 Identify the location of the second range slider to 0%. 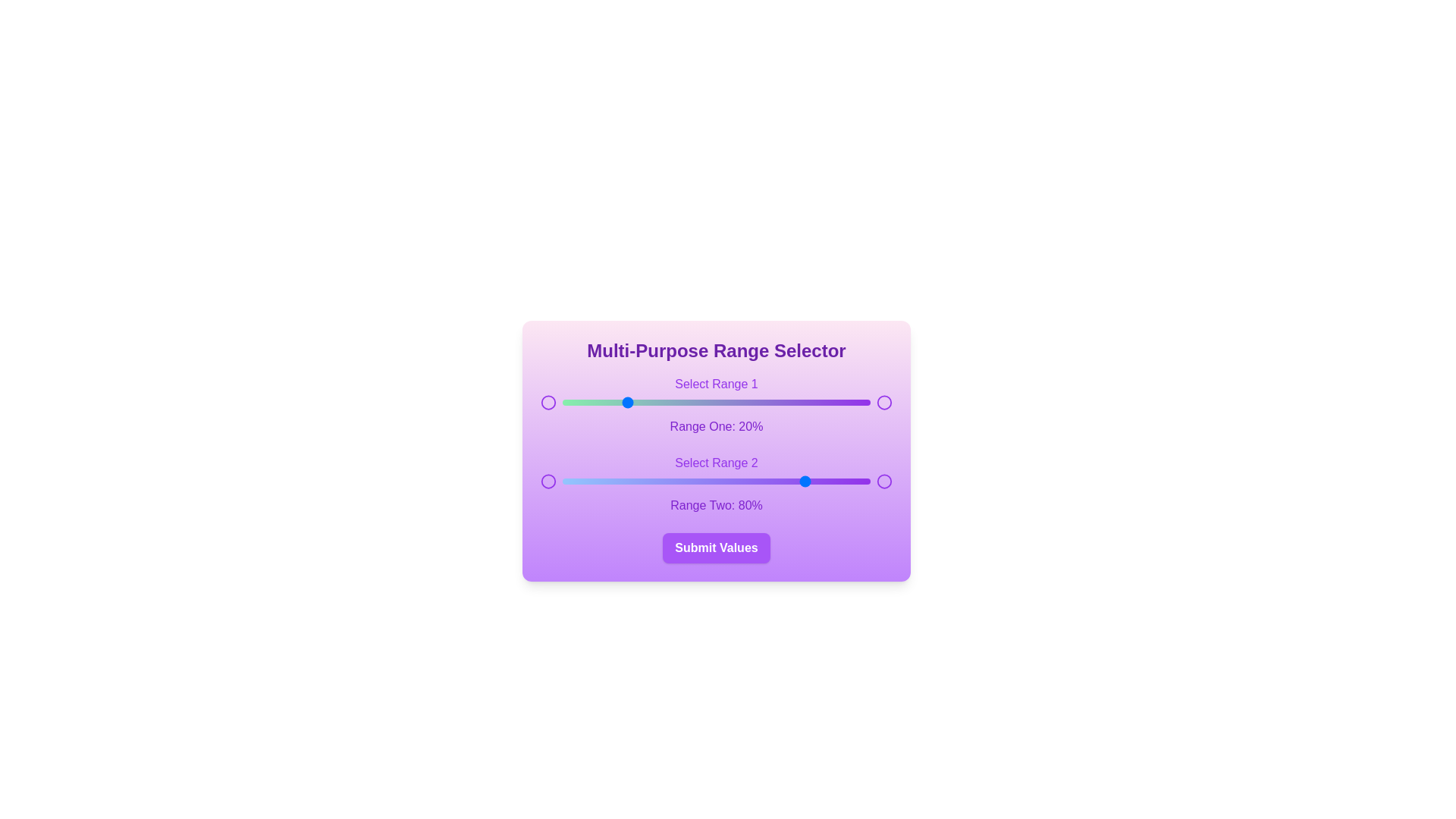
(562, 482).